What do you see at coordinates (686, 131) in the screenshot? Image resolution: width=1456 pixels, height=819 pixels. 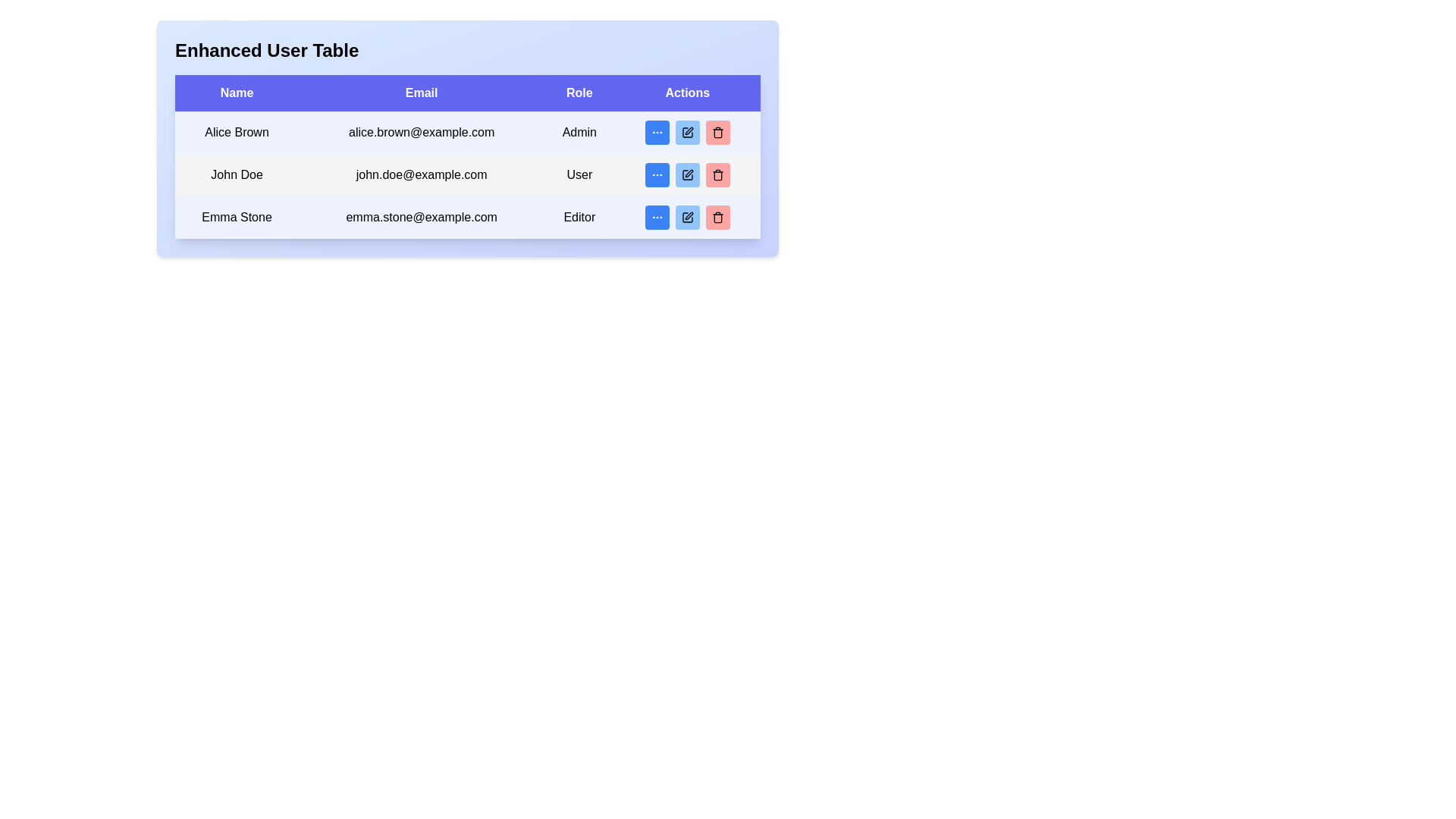 I see `the small light blue button with a pencil icon for keyboard navigation, located in the 'Actions' column of the row labeled 'Alice Brown'` at bounding box center [686, 131].